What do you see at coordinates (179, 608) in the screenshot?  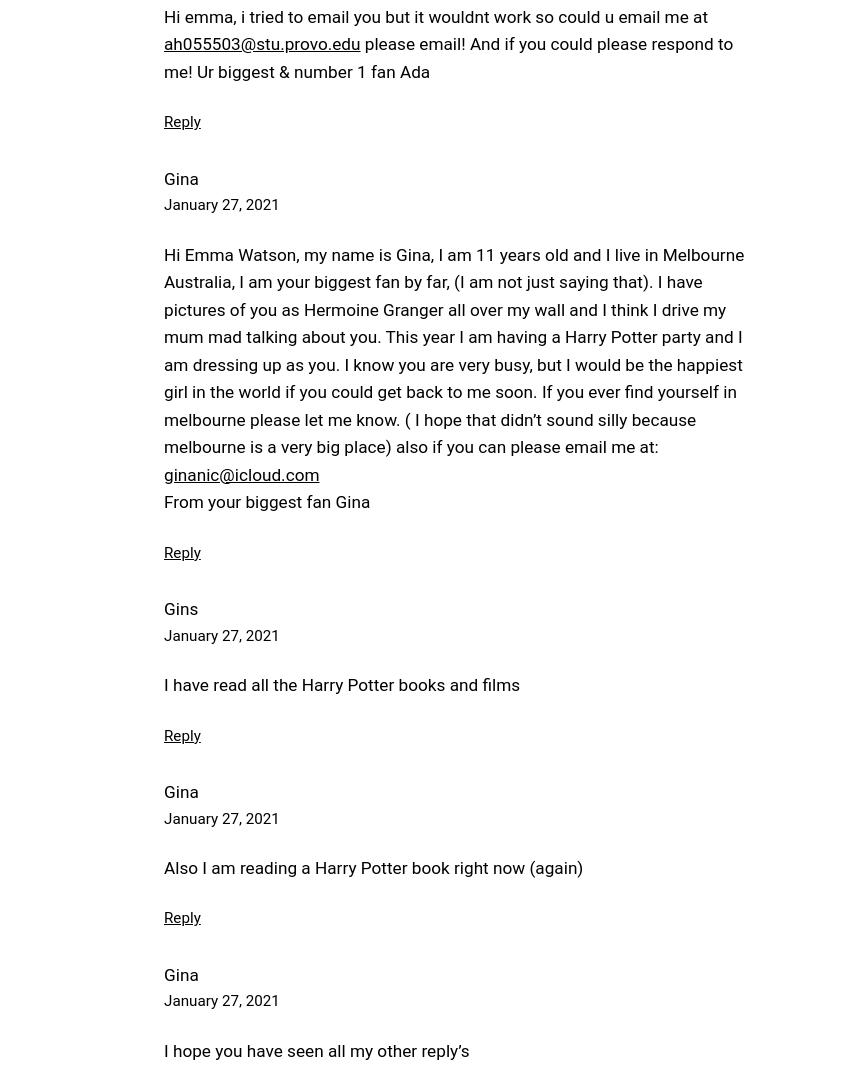 I see `'Gins'` at bounding box center [179, 608].